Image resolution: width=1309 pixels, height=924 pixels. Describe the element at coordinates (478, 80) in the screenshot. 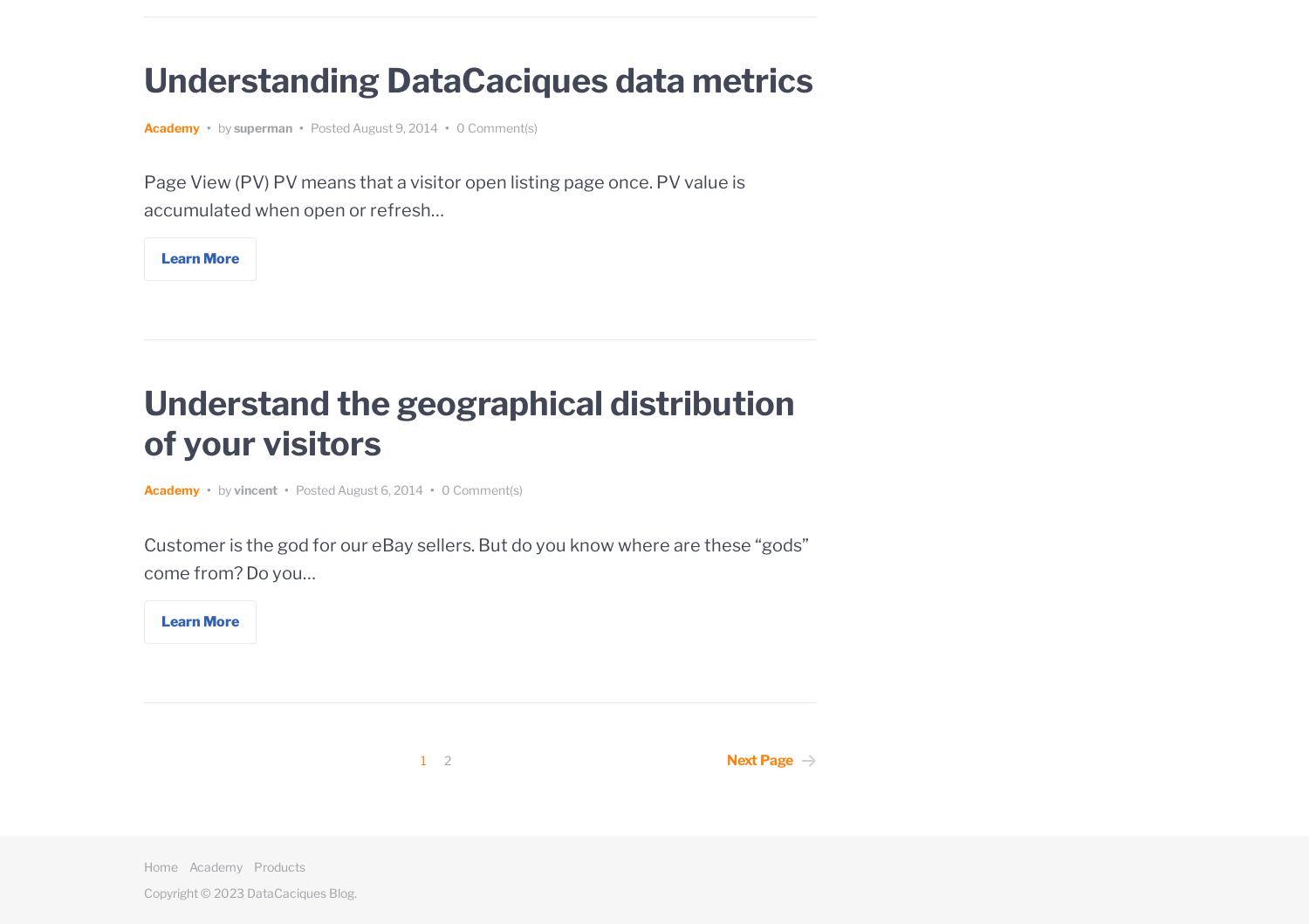

I see `'Understanding DataCaciques data metrics'` at that location.